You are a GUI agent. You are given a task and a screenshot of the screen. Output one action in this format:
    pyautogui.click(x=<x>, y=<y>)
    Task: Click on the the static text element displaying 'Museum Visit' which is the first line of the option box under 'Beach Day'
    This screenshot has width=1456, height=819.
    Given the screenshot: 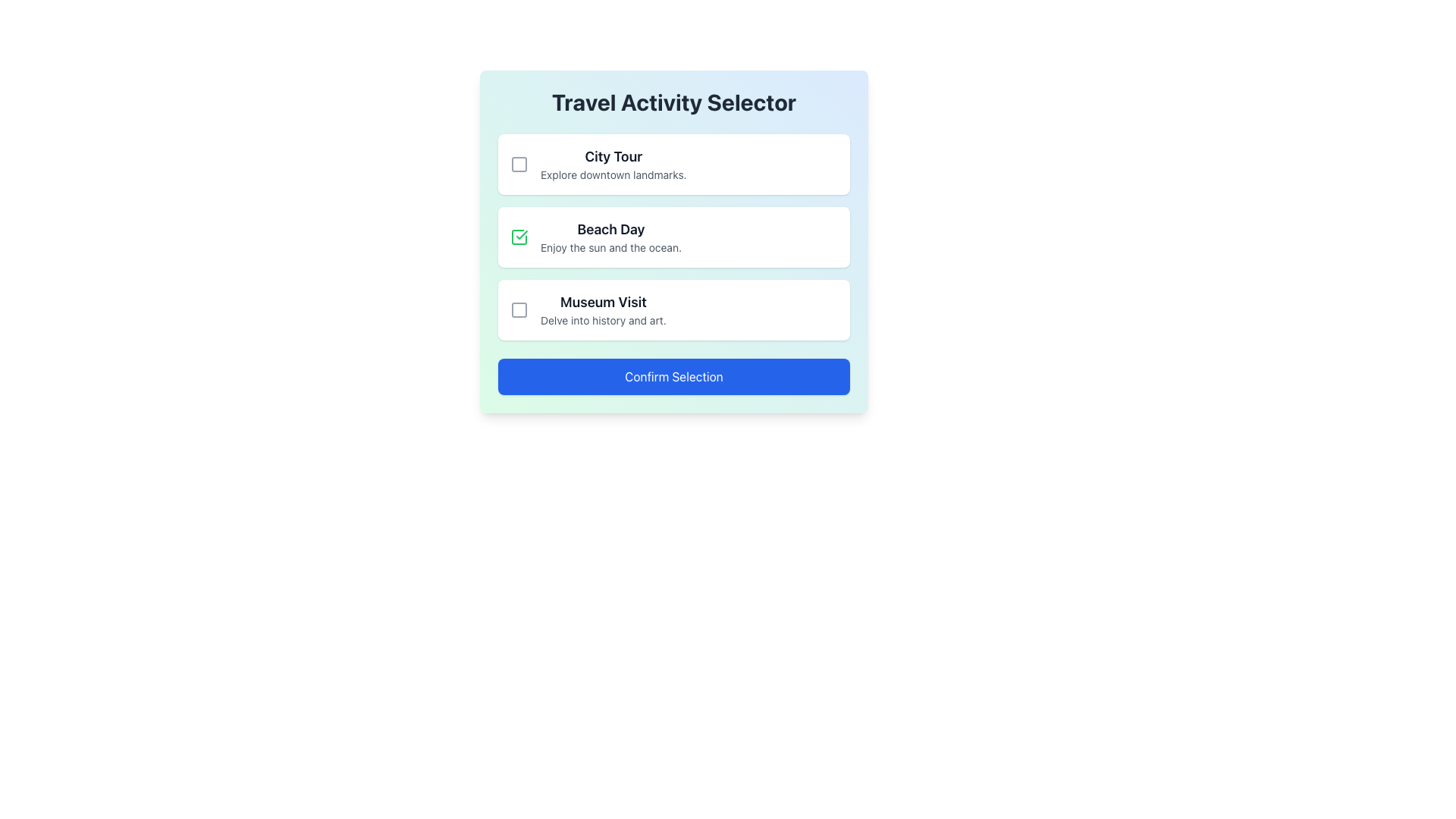 What is the action you would take?
    pyautogui.click(x=602, y=302)
    